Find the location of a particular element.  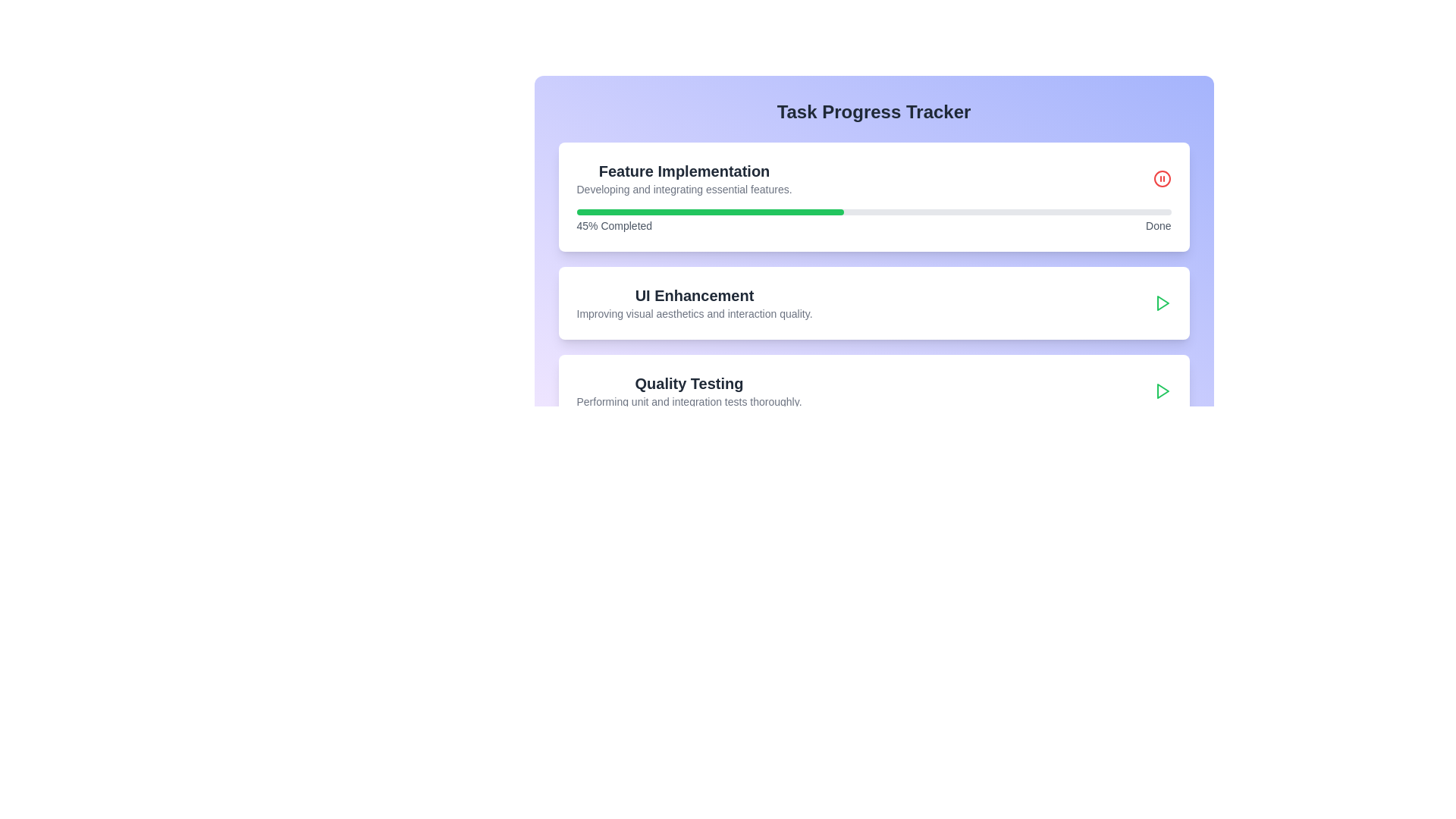

the button located at the far-right side of the 'Quality Testing' section is located at coordinates (1161, 391).